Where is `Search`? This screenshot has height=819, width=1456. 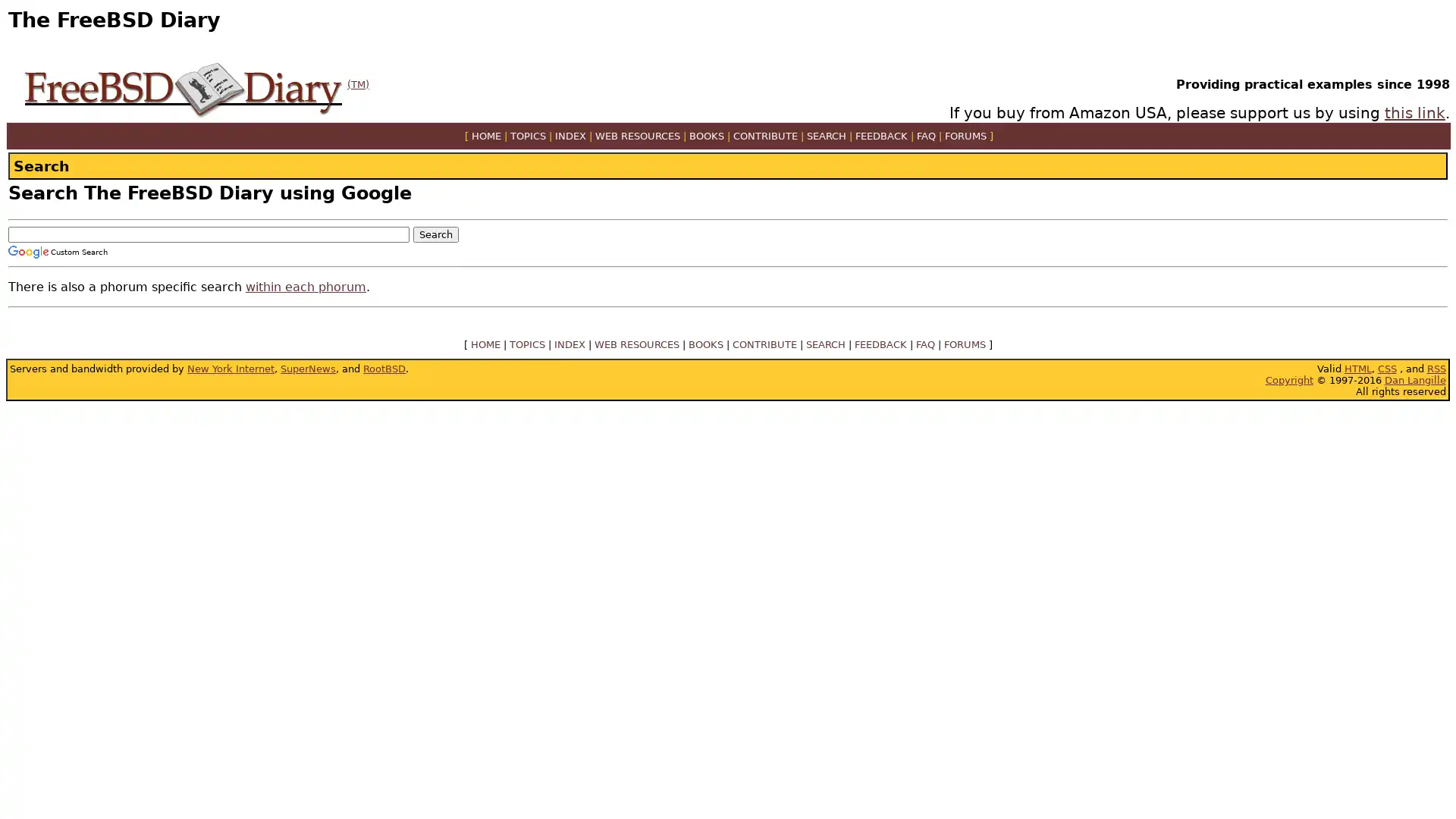
Search is located at coordinates (435, 234).